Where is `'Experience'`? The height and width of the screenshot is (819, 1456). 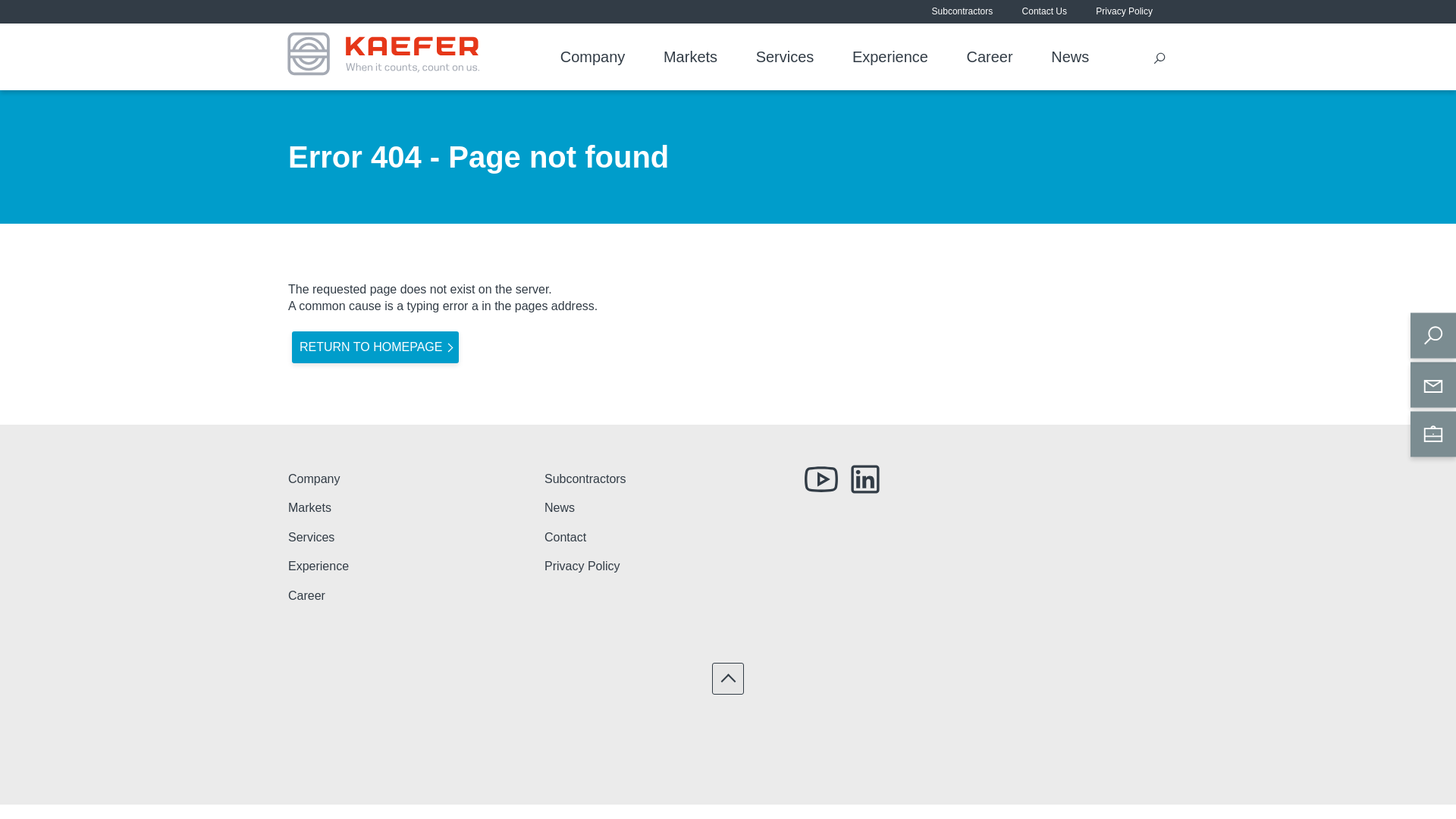
'Experience' is located at coordinates (890, 57).